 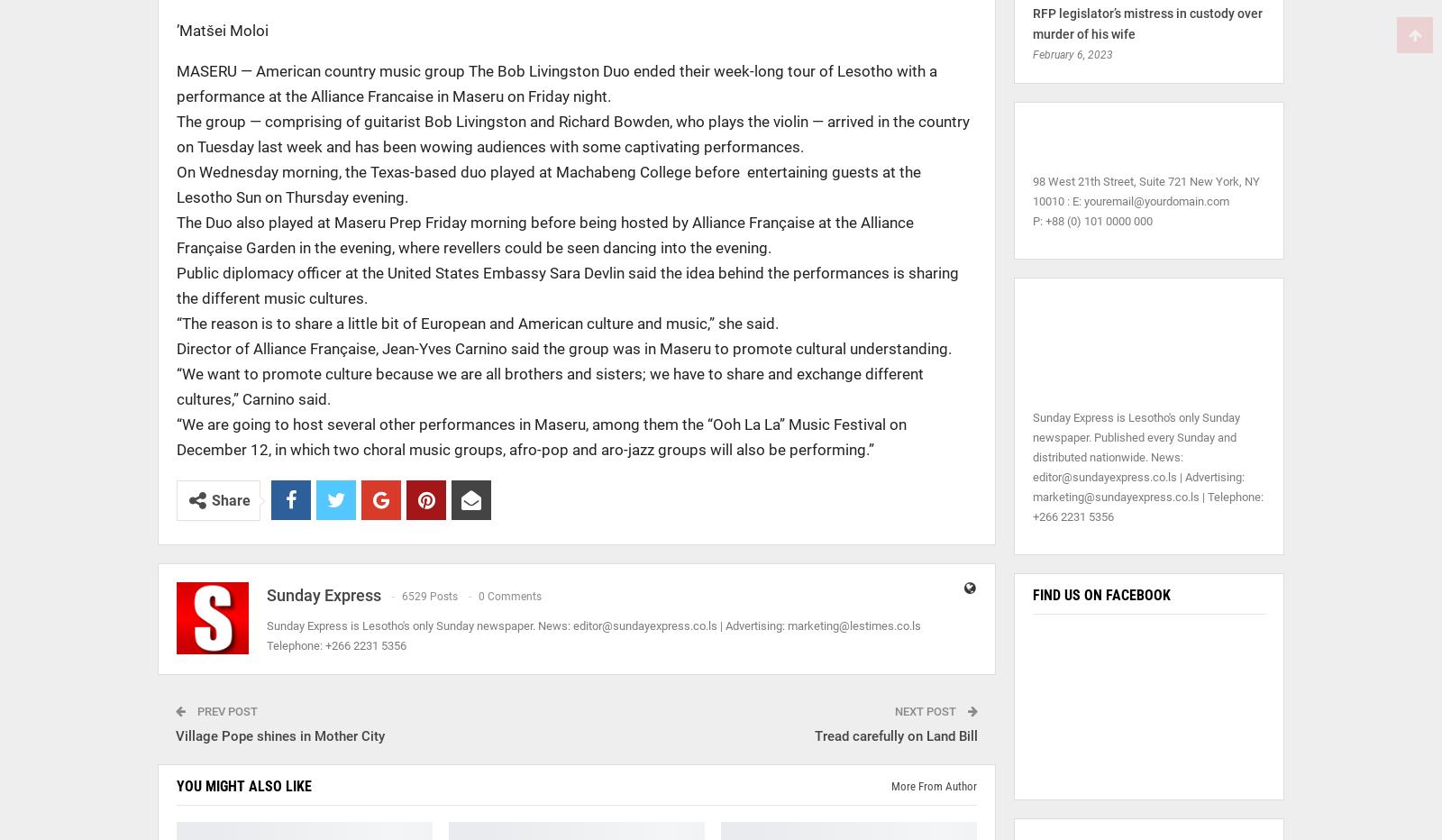 I want to click on 'More from author', so click(x=933, y=785).